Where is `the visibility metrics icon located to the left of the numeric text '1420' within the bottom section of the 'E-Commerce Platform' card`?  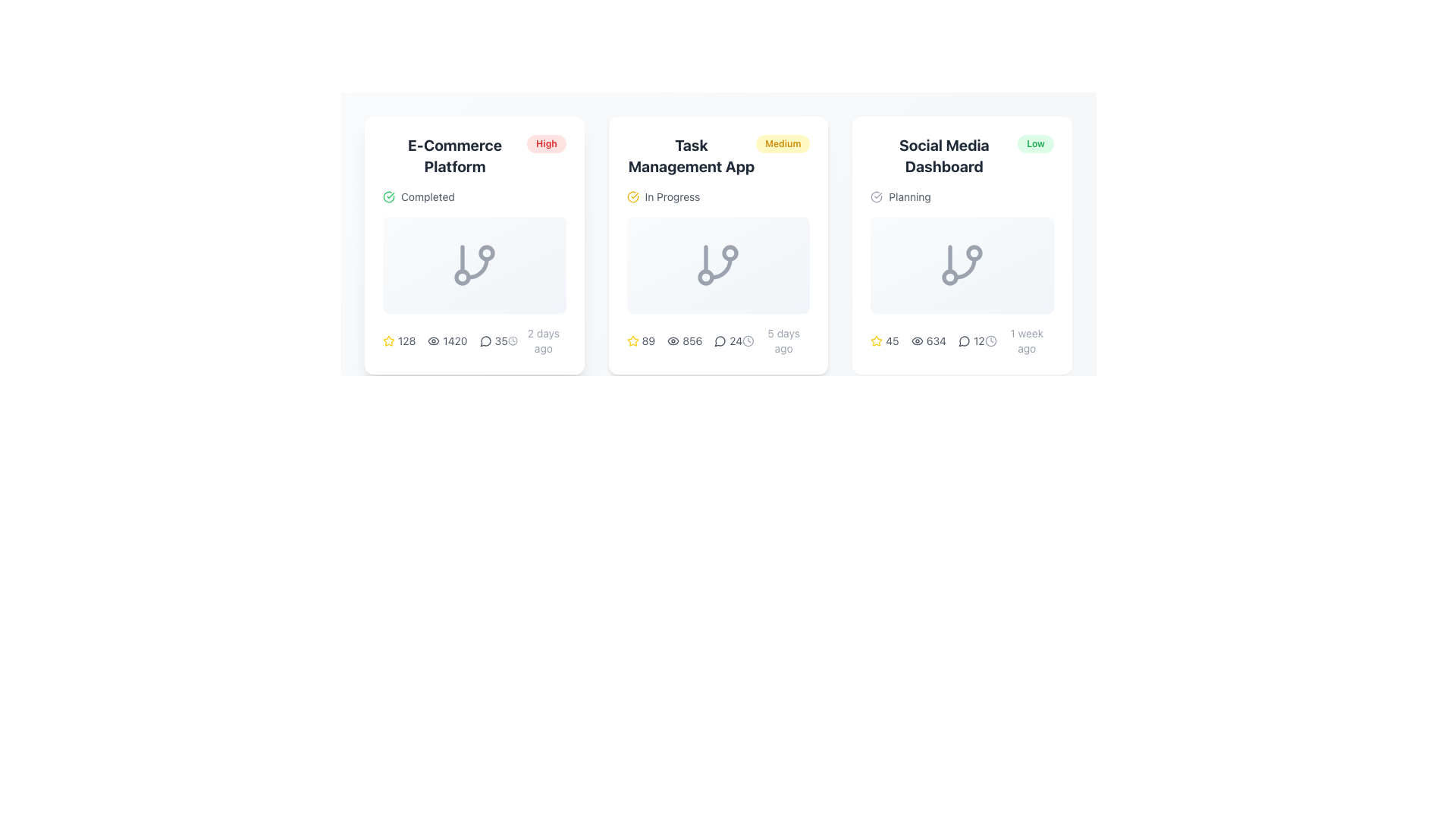
the visibility metrics icon located to the left of the numeric text '1420' within the bottom section of the 'E-Commerce Platform' card is located at coordinates (433, 341).